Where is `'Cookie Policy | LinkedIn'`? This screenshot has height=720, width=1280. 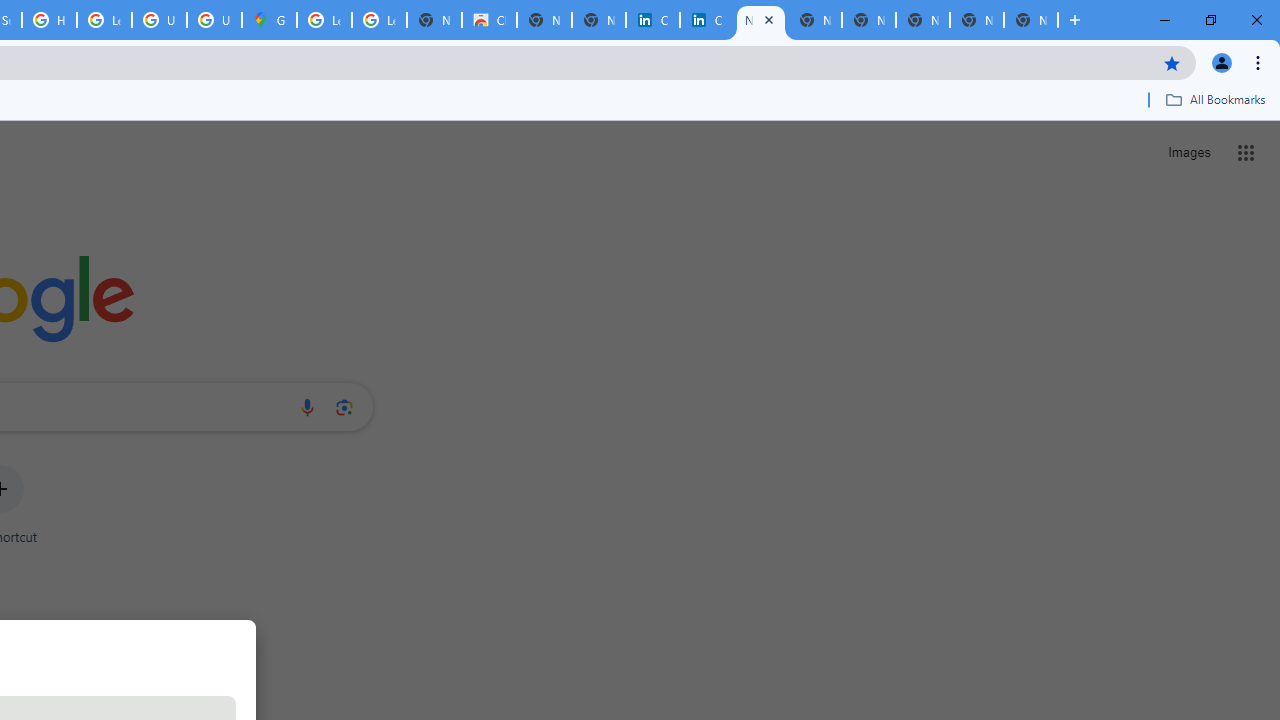
'Cookie Policy | LinkedIn' is located at coordinates (706, 20).